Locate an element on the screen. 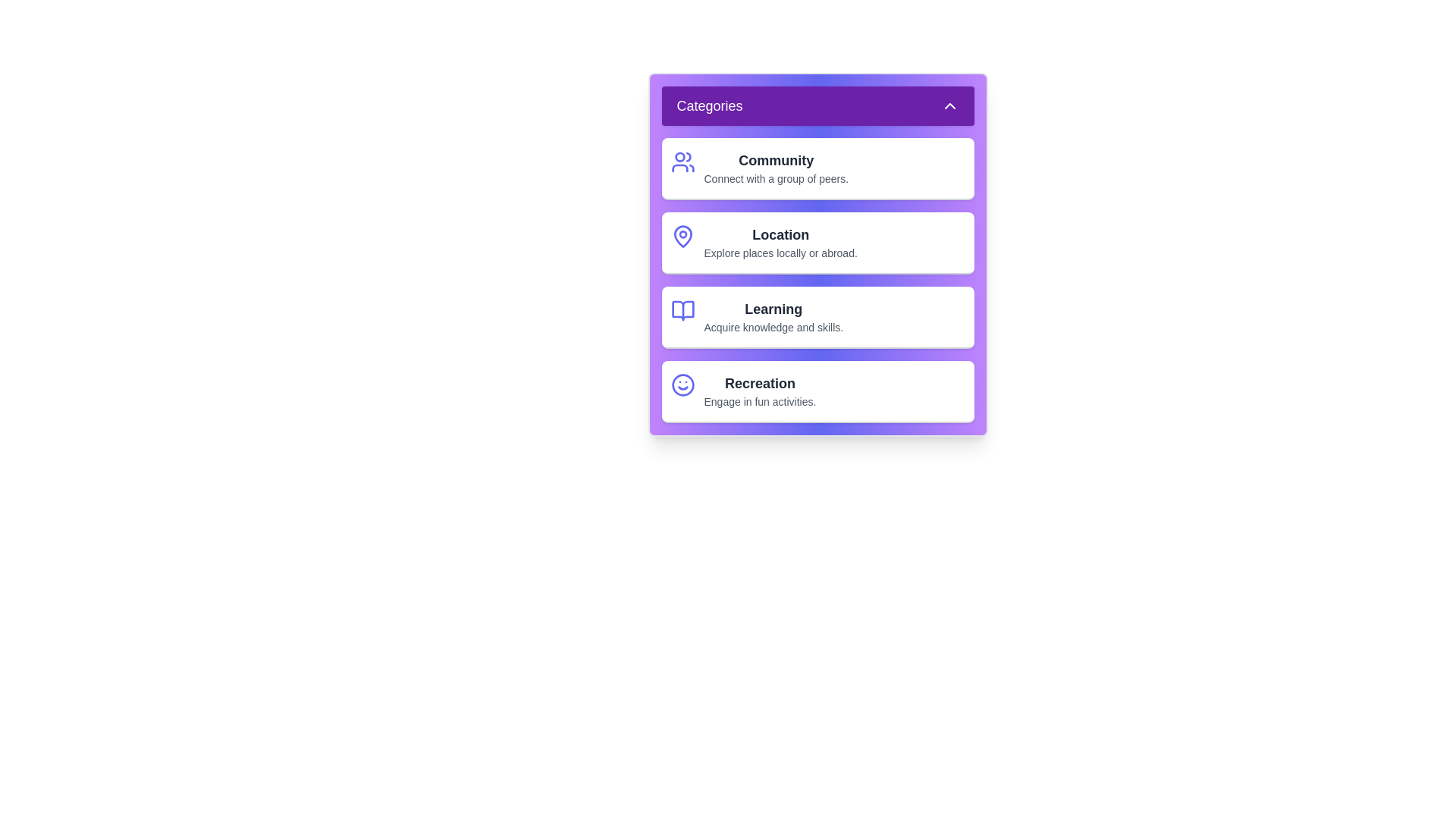 This screenshot has width=1456, height=819. the category item Learning to observe the visual effect is located at coordinates (817, 317).